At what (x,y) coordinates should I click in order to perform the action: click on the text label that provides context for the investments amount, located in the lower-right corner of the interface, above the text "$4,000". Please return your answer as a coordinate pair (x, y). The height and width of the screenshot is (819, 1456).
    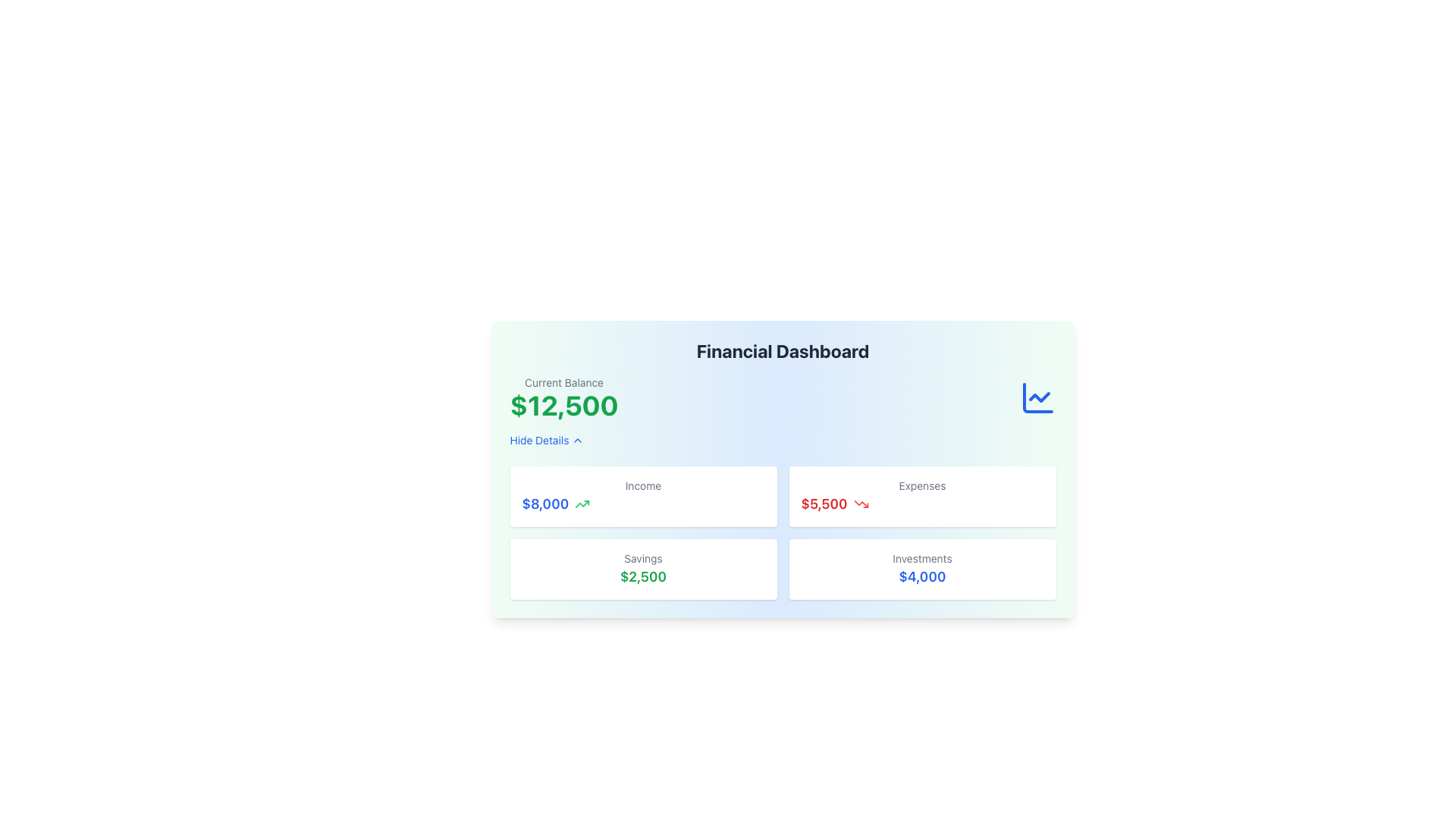
    Looking at the image, I should click on (921, 558).